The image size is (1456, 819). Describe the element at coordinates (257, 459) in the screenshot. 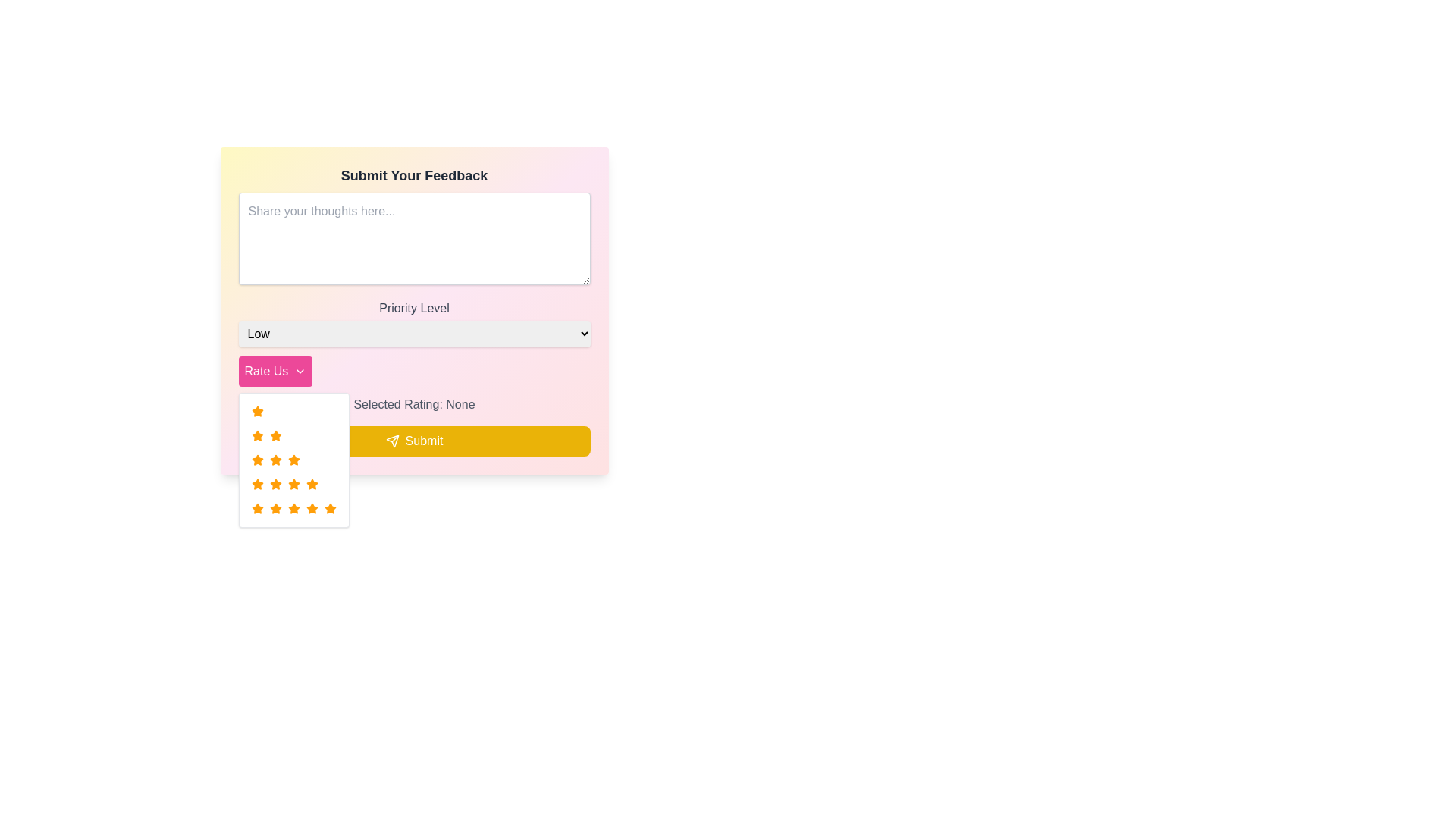

I see `the first star icon in the second row of the rating component's dropdown menu` at that location.